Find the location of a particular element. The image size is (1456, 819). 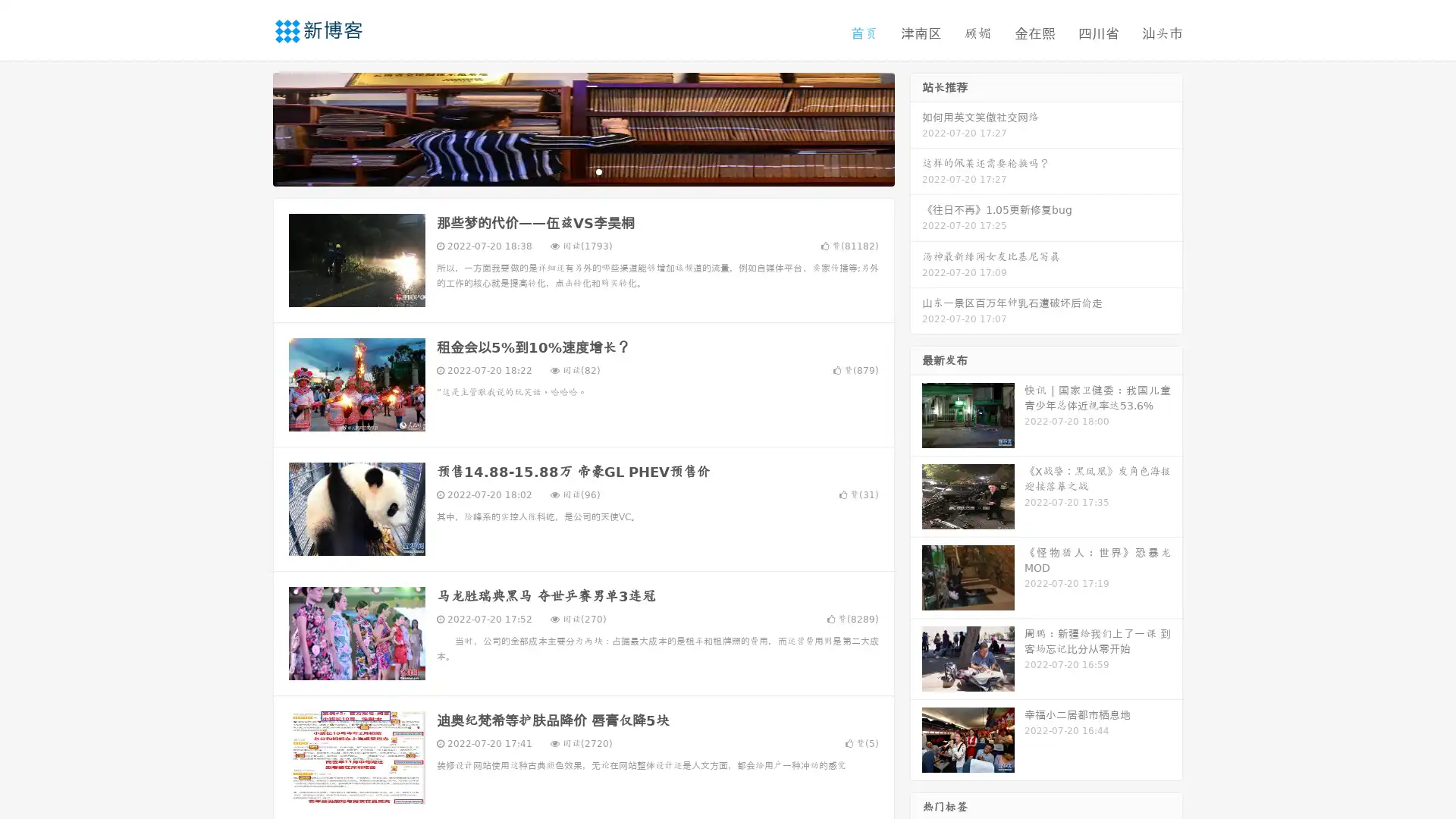

Go to slide 1 is located at coordinates (567, 171).